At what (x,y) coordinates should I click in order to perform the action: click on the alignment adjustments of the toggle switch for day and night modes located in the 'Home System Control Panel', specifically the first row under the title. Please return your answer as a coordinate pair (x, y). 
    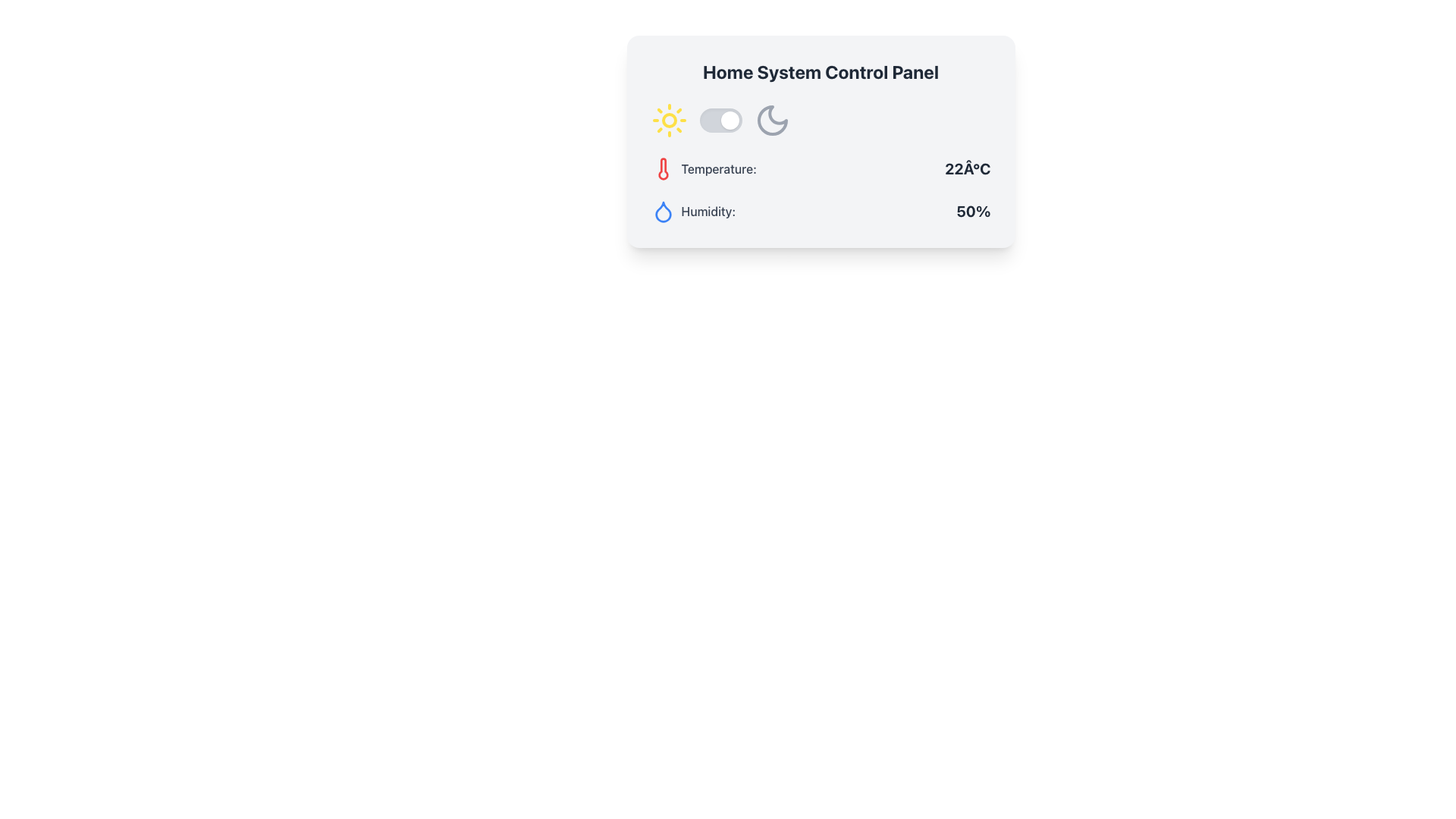
    Looking at the image, I should click on (820, 119).